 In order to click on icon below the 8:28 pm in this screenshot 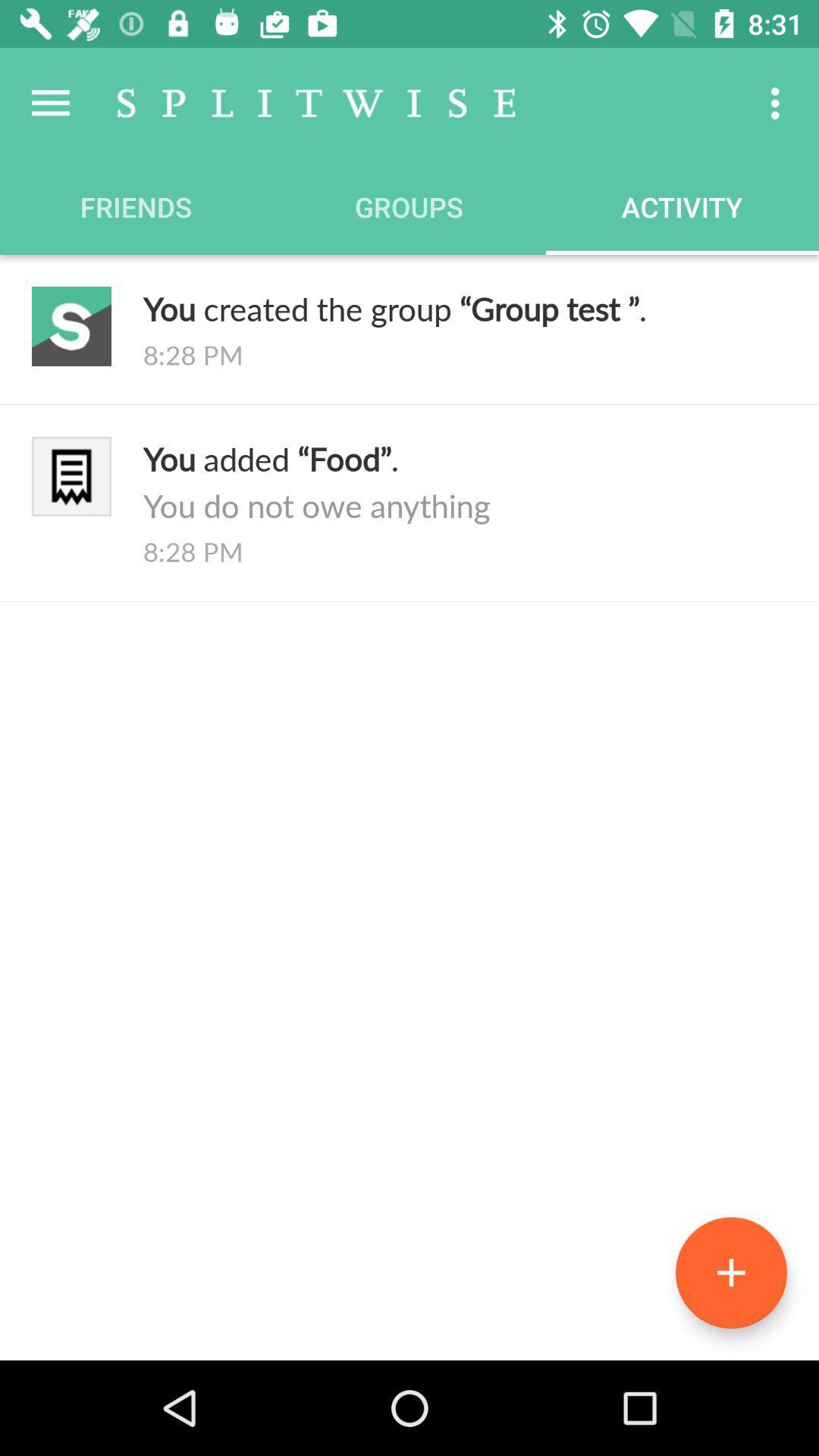, I will do `click(730, 1272)`.